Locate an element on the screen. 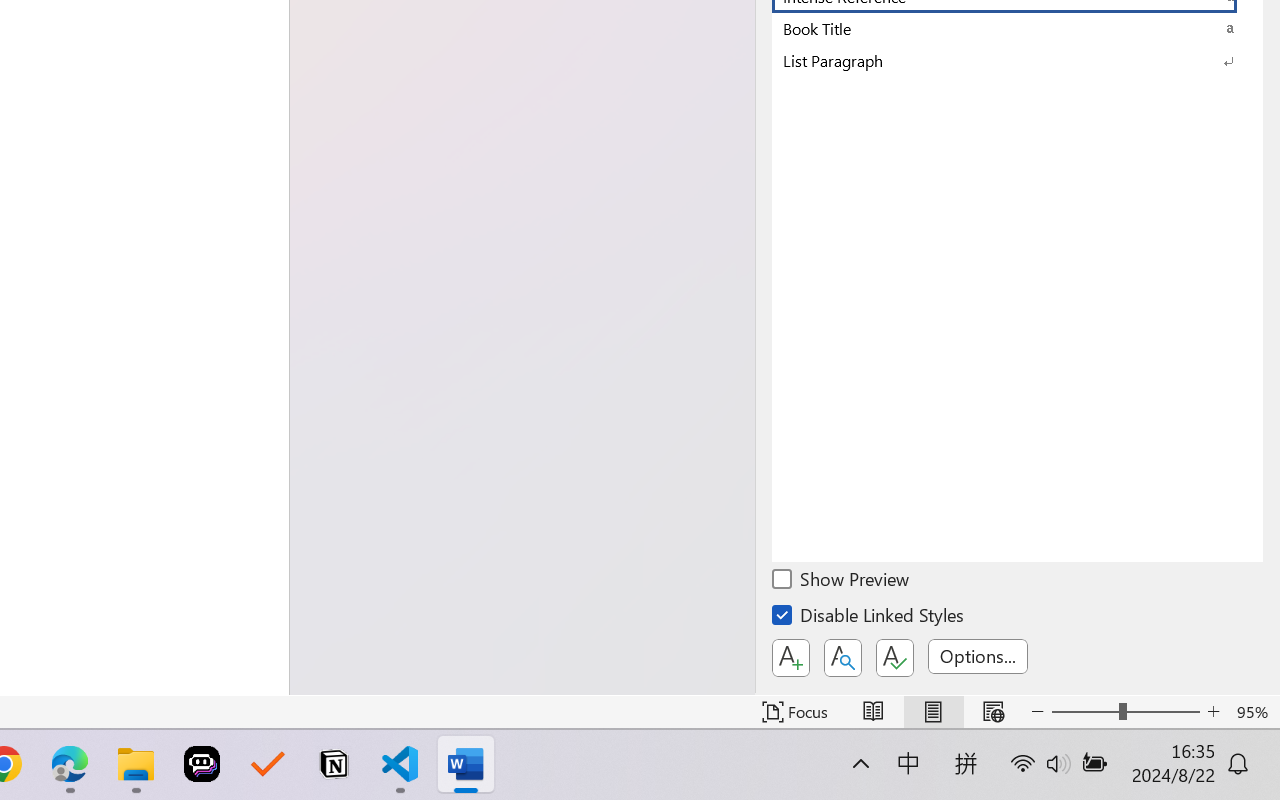 This screenshot has width=1280, height=800. 'Class: NetUIButton' is located at coordinates (893, 657).